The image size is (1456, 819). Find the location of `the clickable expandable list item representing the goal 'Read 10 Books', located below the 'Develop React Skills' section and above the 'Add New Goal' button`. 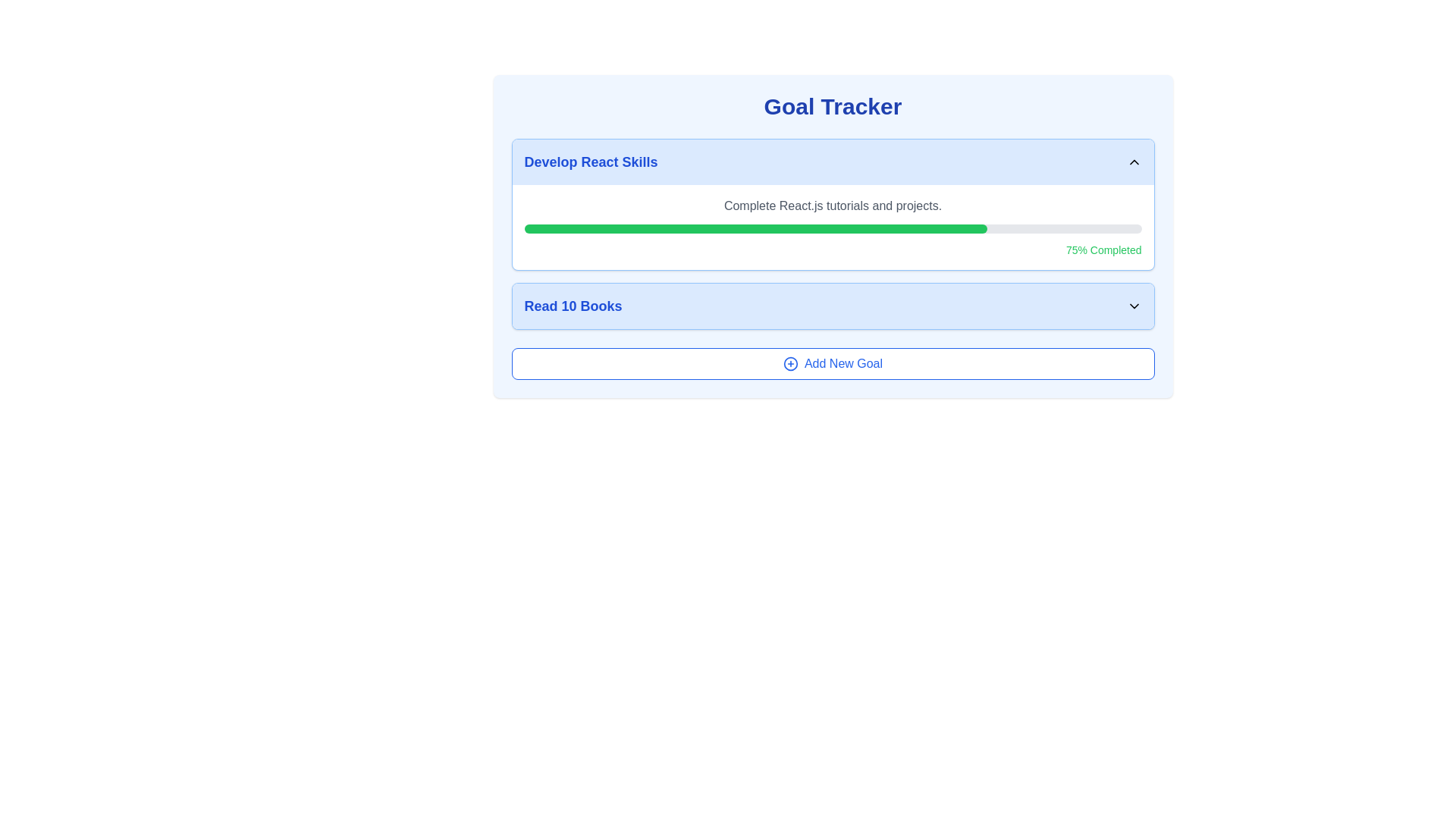

the clickable expandable list item representing the goal 'Read 10 Books', located below the 'Develop React Skills' section and above the 'Add New Goal' button is located at coordinates (832, 306).